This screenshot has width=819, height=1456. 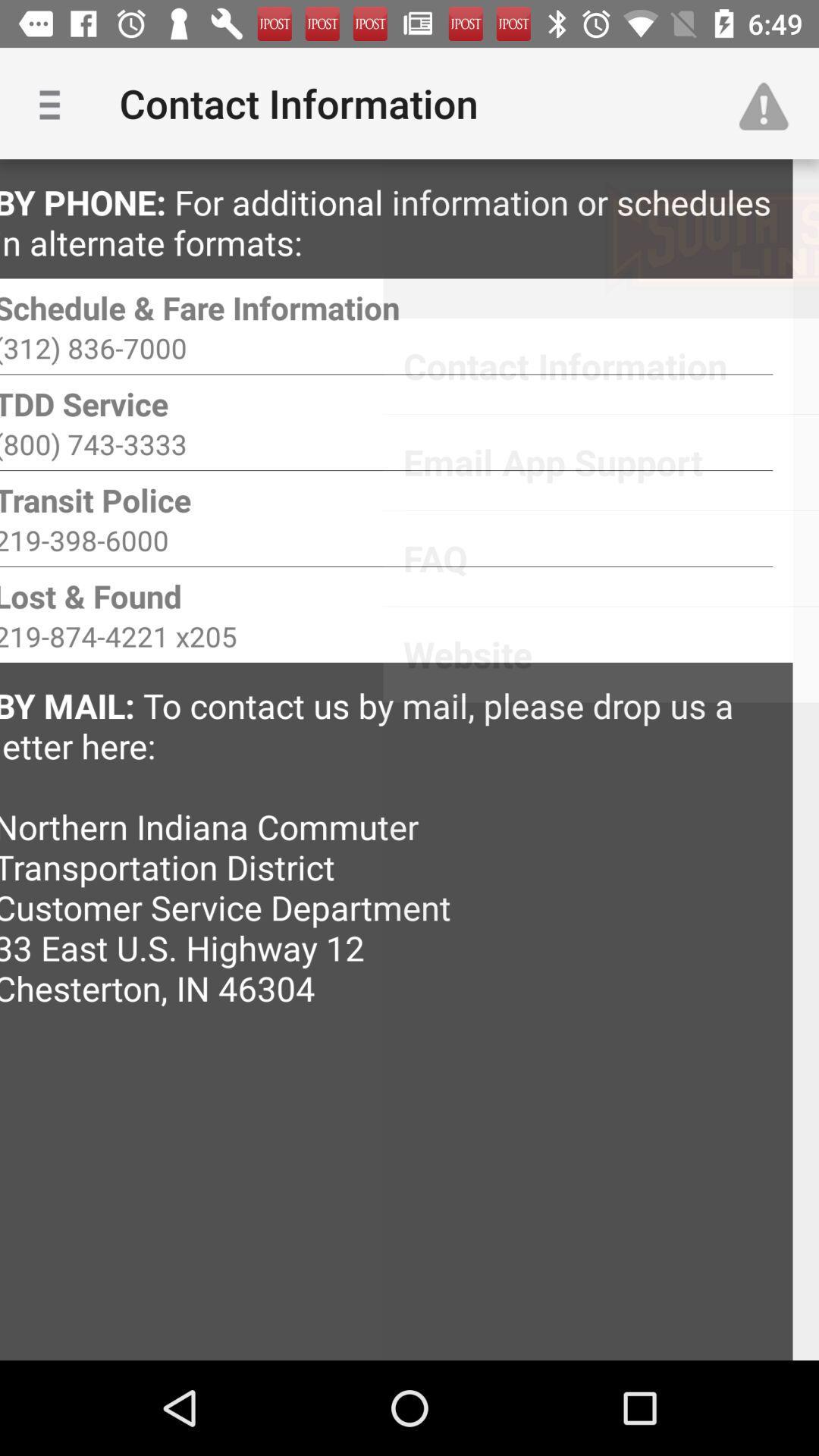 I want to click on app next to contact information icon, so click(x=55, y=102).